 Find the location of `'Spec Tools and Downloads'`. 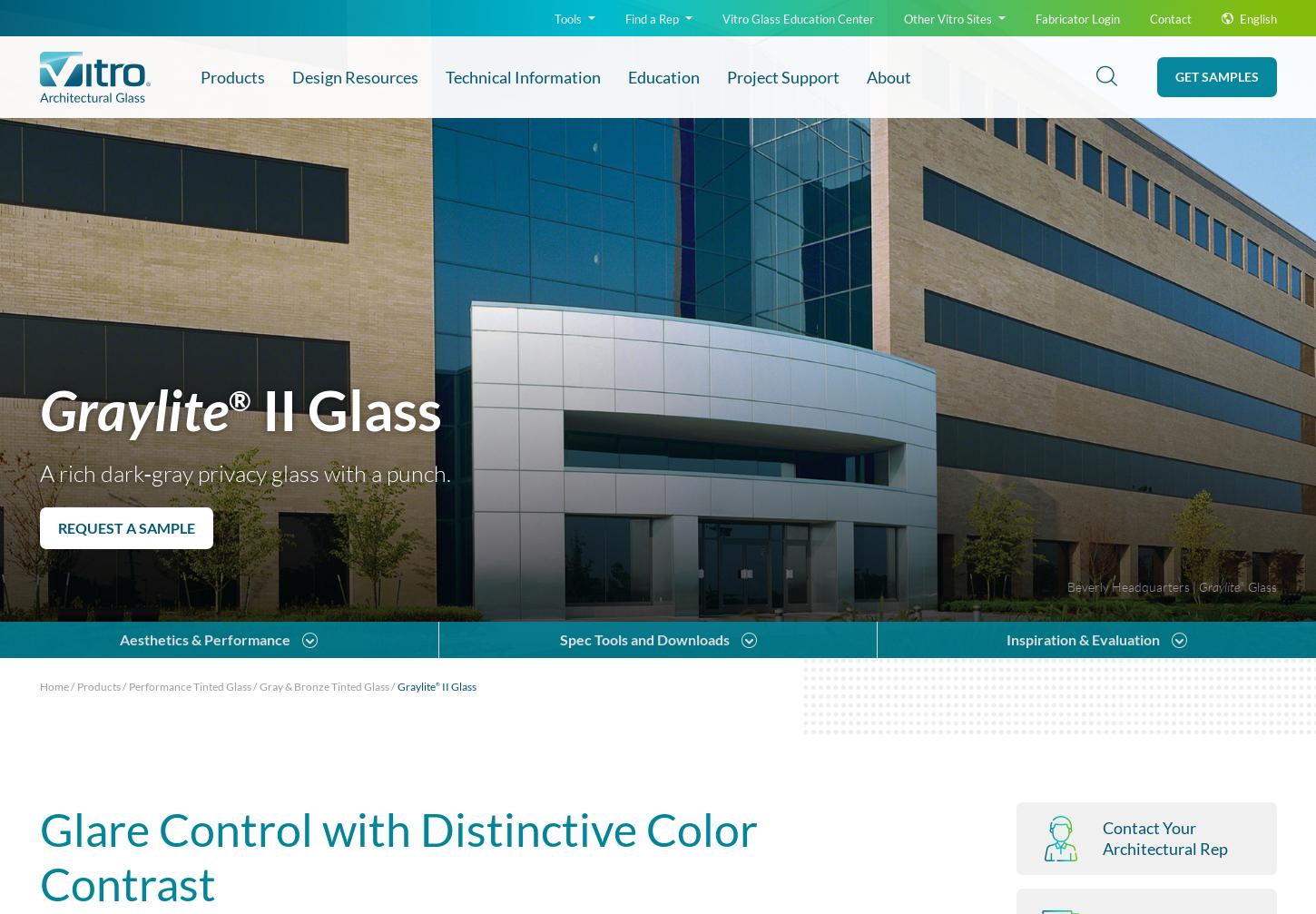

'Spec Tools and Downloads' is located at coordinates (170, 178).